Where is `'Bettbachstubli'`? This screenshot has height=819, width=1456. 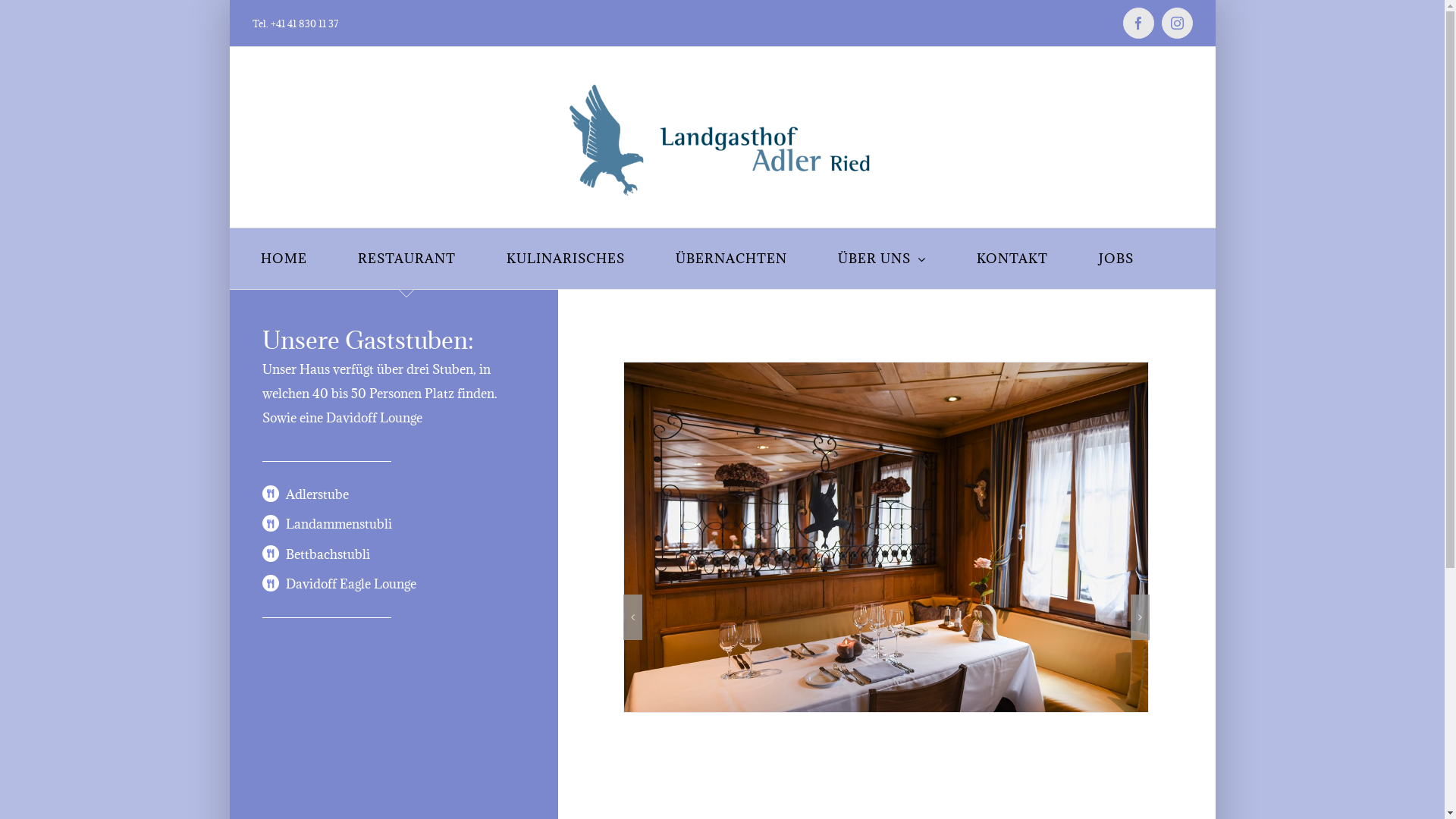 'Bettbachstubli' is located at coordinates (327, 554).